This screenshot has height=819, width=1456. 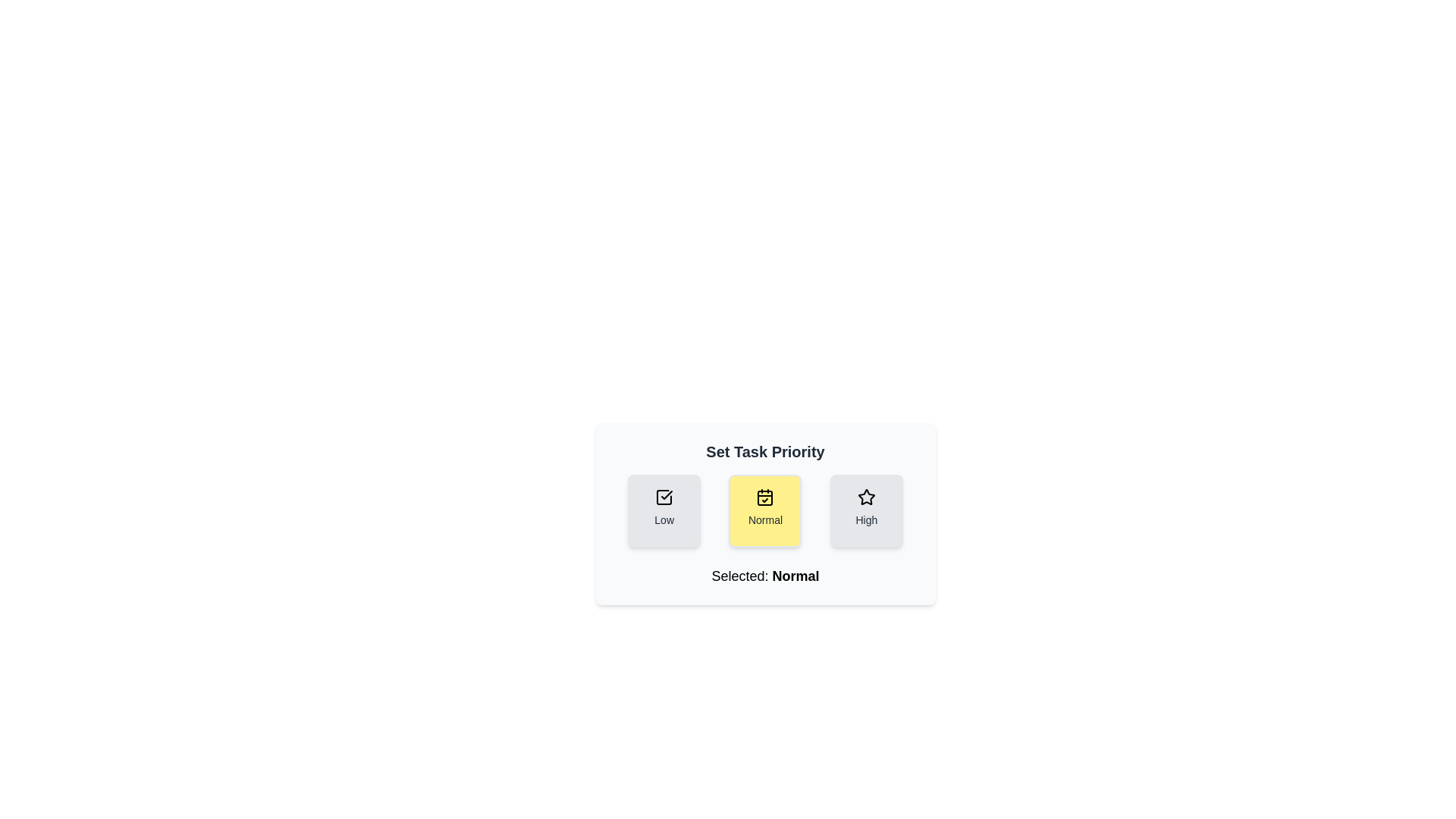 I want to click on the priority button to set the task priority to Normal, so click(x=765, y=511).